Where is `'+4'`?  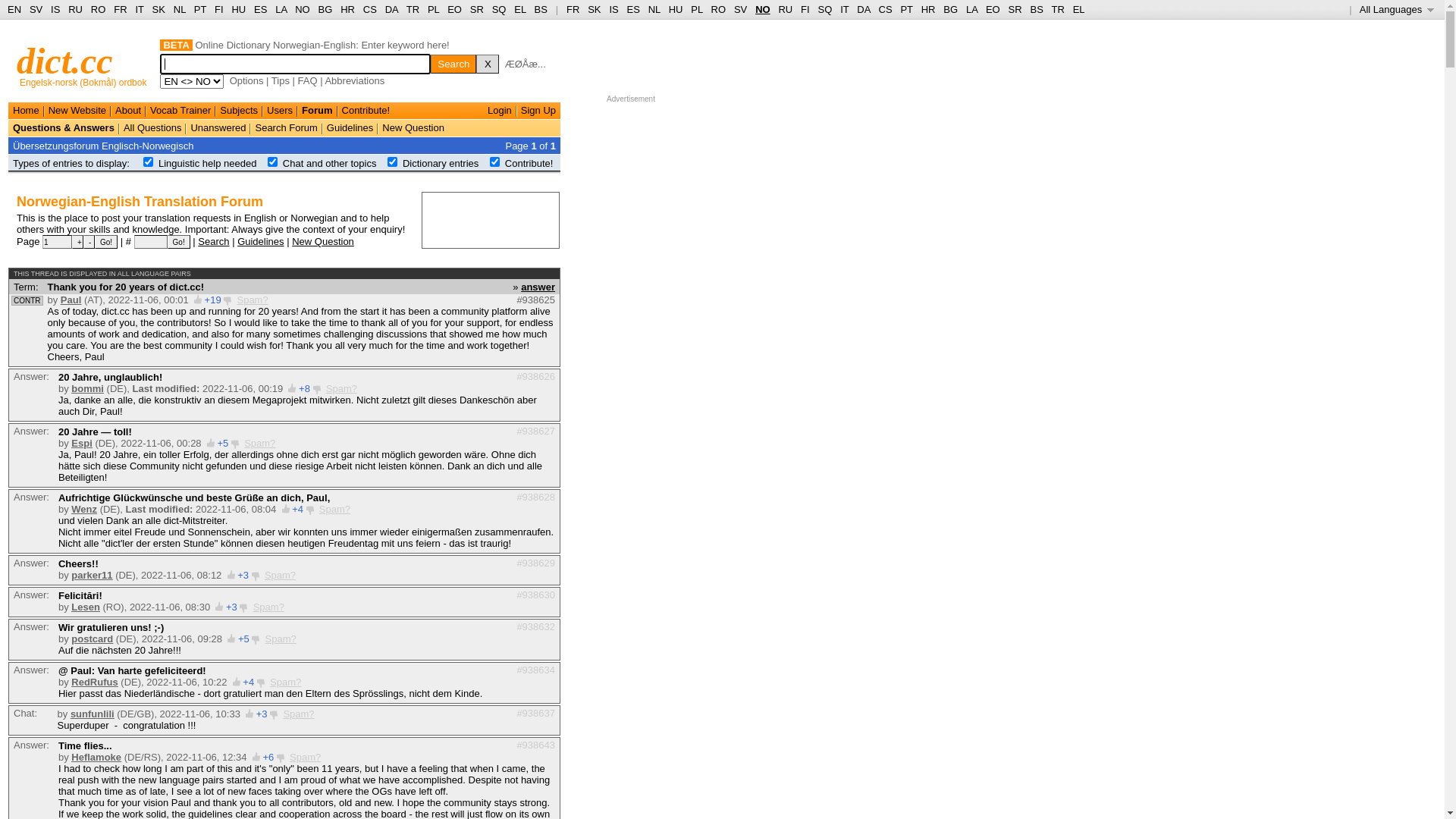 '+4' is located at coordinates (291, 509).